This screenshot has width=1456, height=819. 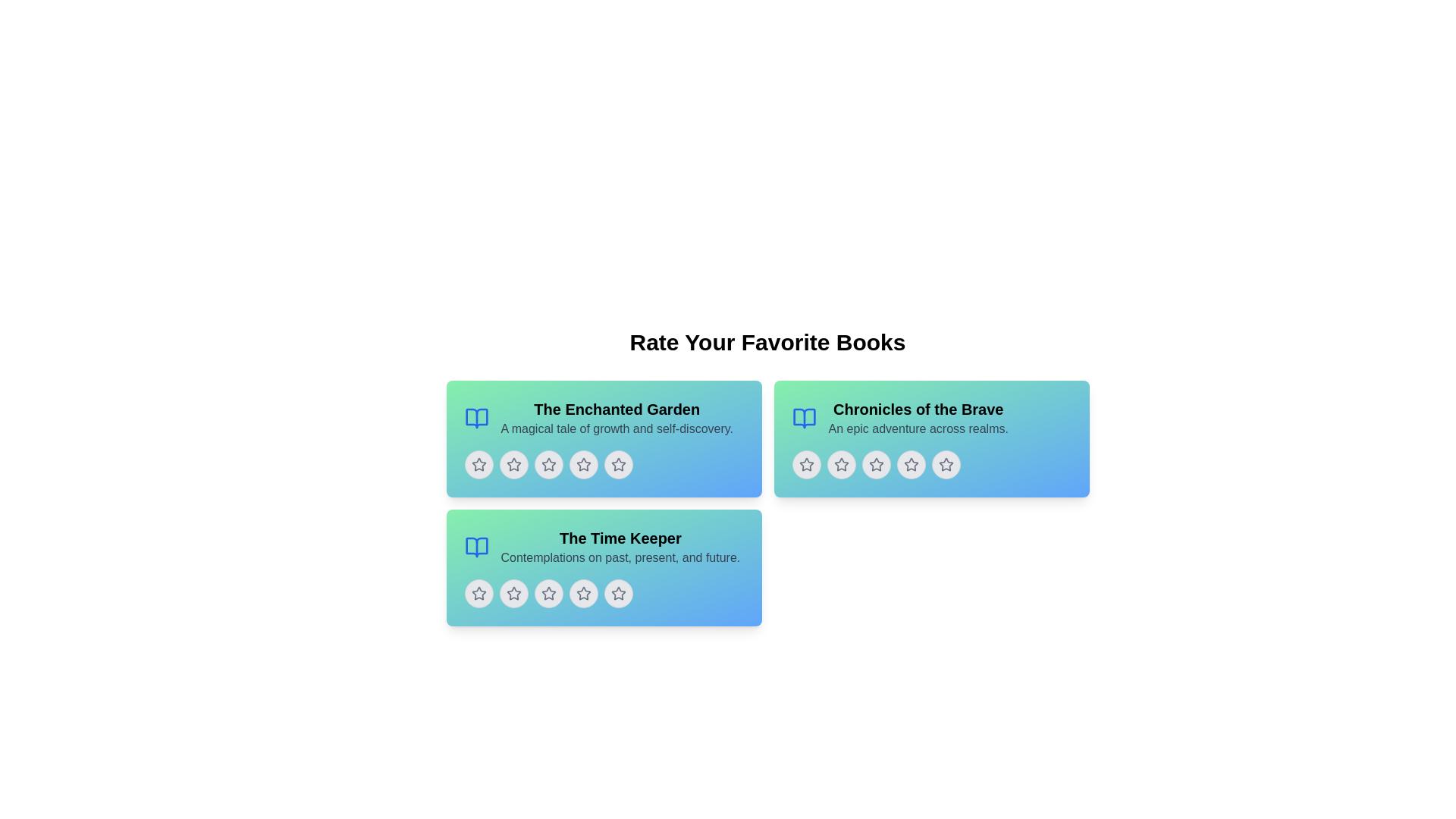 I want to click on the text element displaying the title and subtitle of the book 'The Enchanted Garden', so click(x=617, y=418).